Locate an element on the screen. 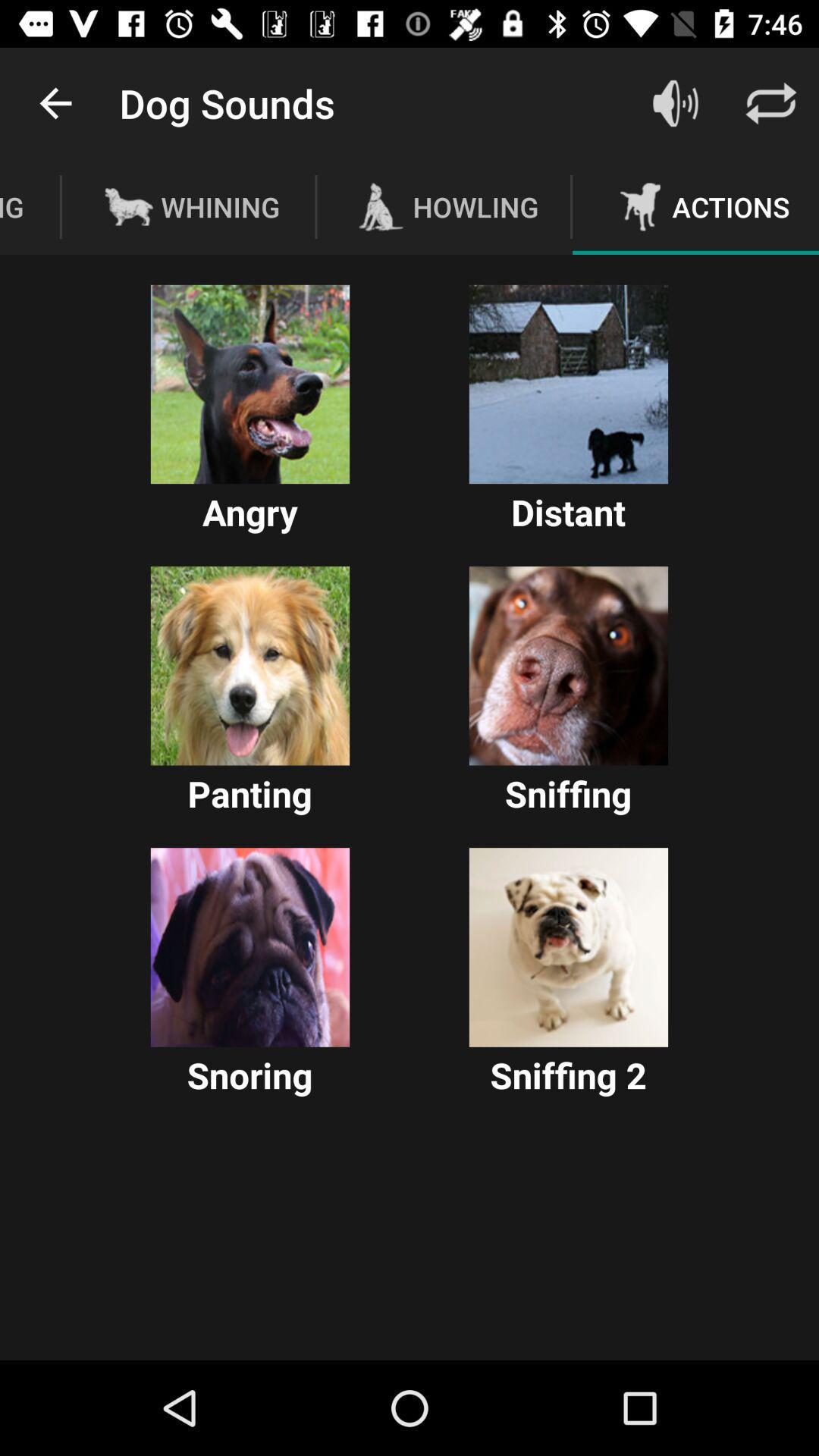 This screenshot has height=1456, width=819. the logo of howling is located at coordinates (380, 206).